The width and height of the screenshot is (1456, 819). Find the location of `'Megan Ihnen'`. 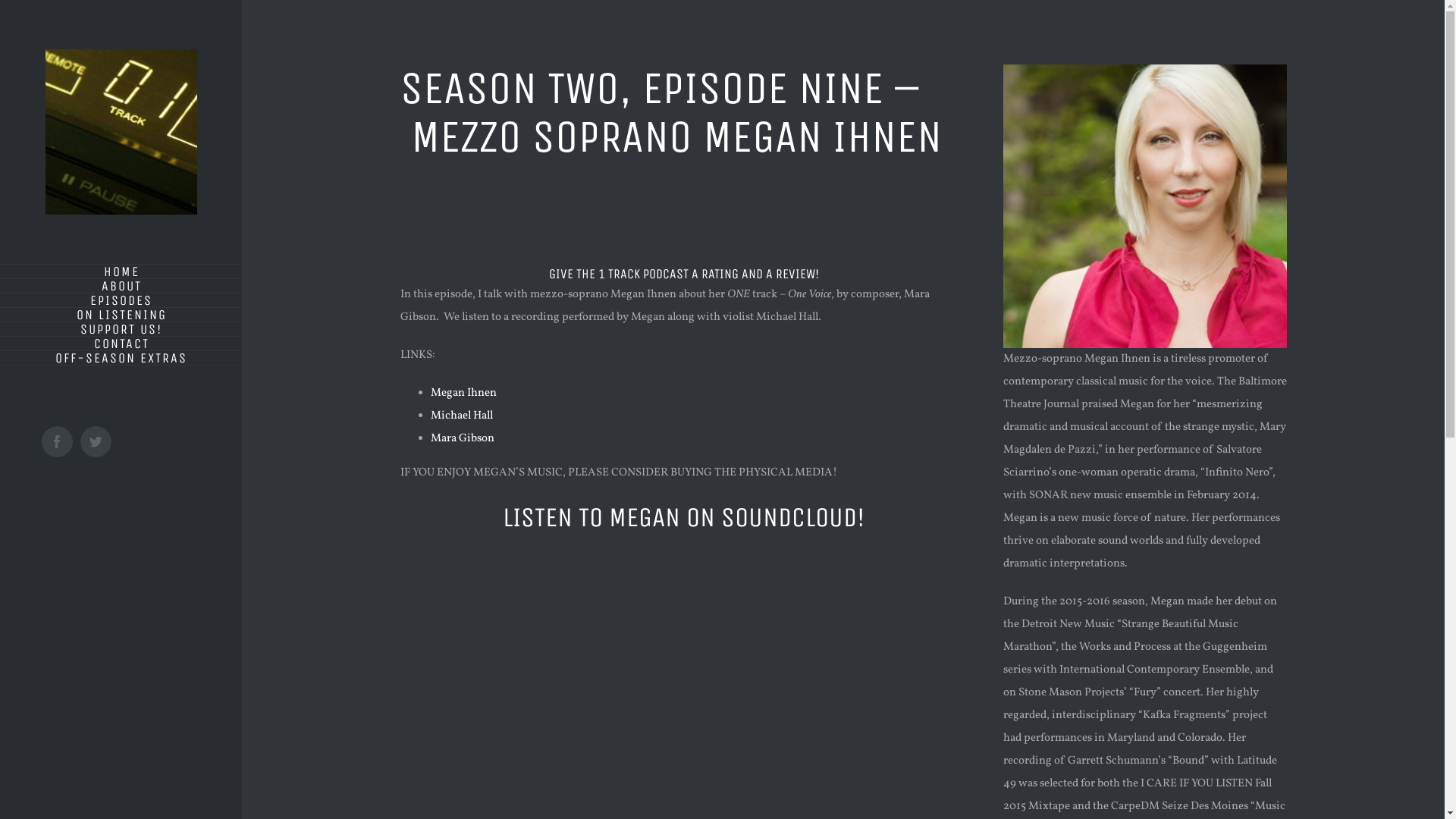

'Megan Ihnen' is located at coordinates (463, 392).